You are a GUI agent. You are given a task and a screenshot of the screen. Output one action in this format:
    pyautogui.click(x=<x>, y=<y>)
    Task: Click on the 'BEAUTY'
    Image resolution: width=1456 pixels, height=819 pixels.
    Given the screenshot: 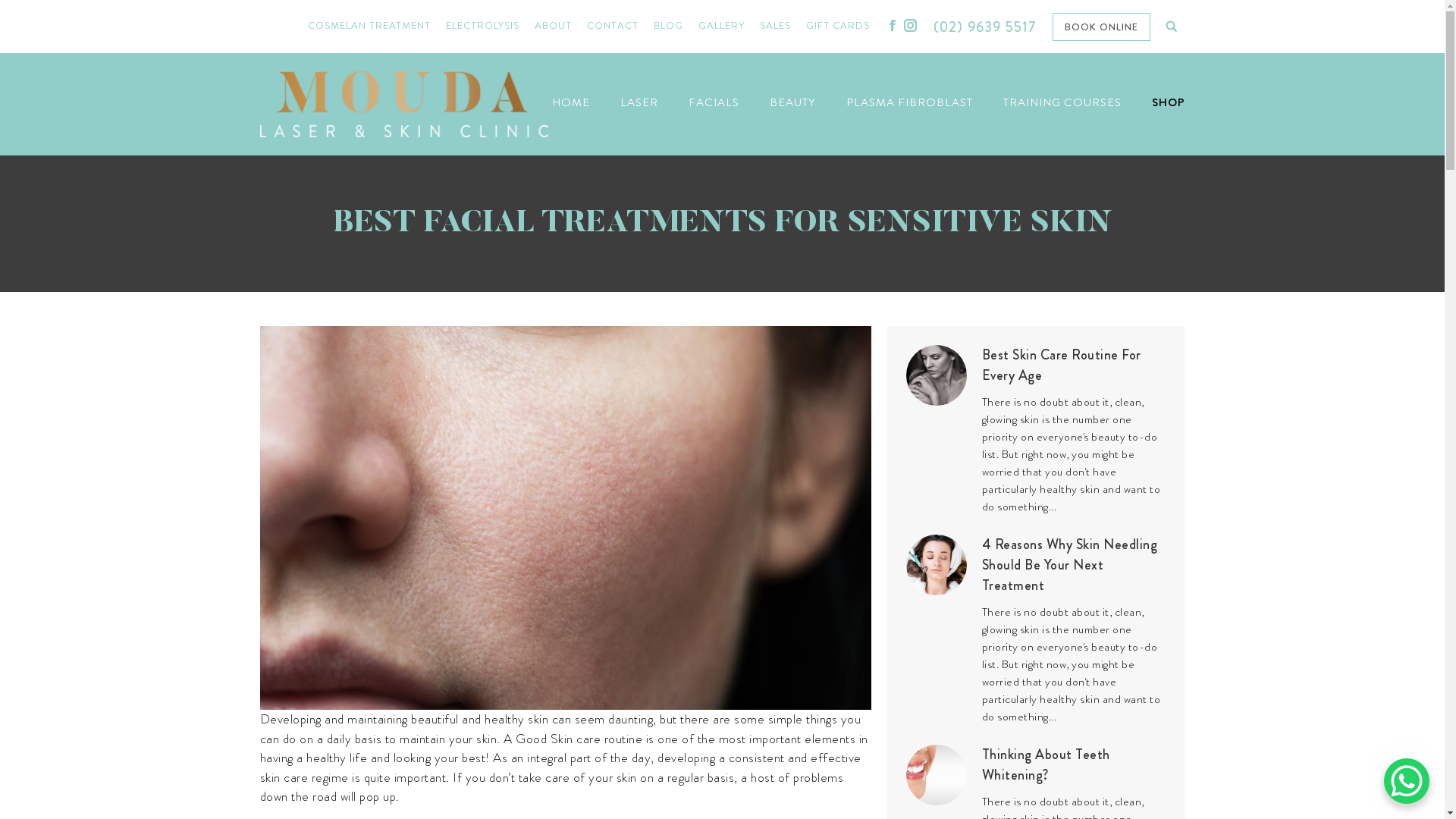 What is the action you would take?
    pyautogui.click(x=791, y=102)
    